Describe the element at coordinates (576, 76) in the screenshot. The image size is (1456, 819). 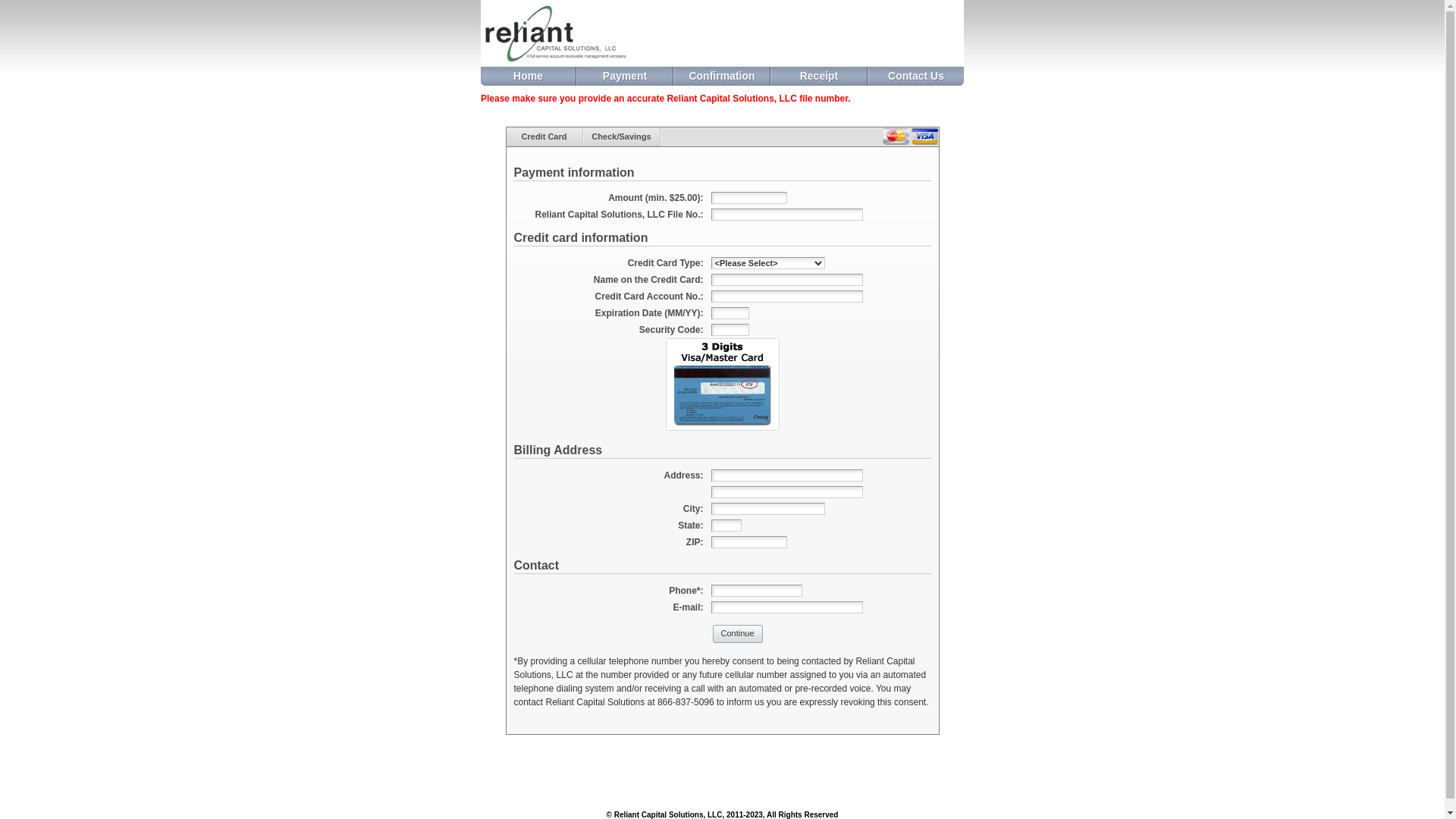
I see `'Payment'` at that location.